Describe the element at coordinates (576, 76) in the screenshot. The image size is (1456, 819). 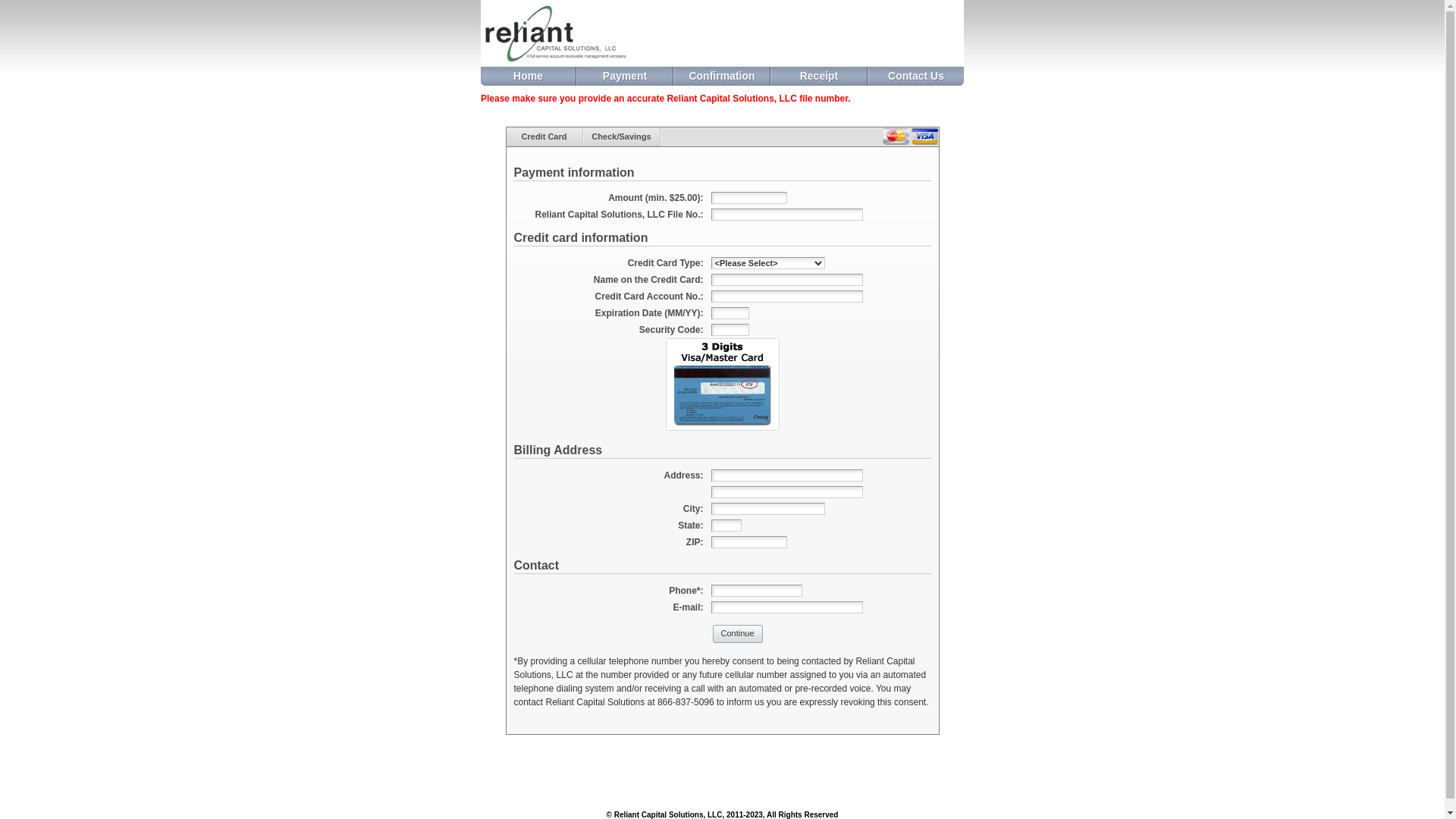
I see `'Payment'` at that location.